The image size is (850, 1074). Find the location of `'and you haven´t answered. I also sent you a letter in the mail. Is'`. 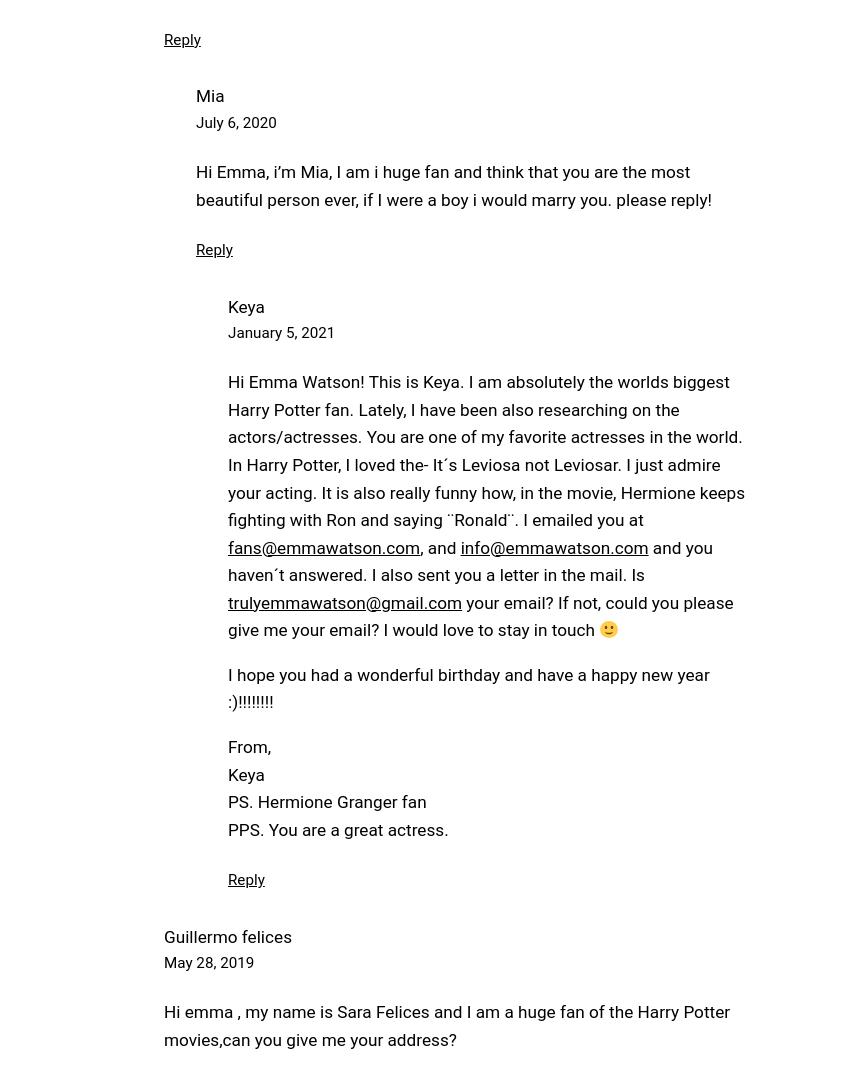

'and you haven´t answered. I also sent you a letter in the mail. Is' is located at coordinates (227, 559).